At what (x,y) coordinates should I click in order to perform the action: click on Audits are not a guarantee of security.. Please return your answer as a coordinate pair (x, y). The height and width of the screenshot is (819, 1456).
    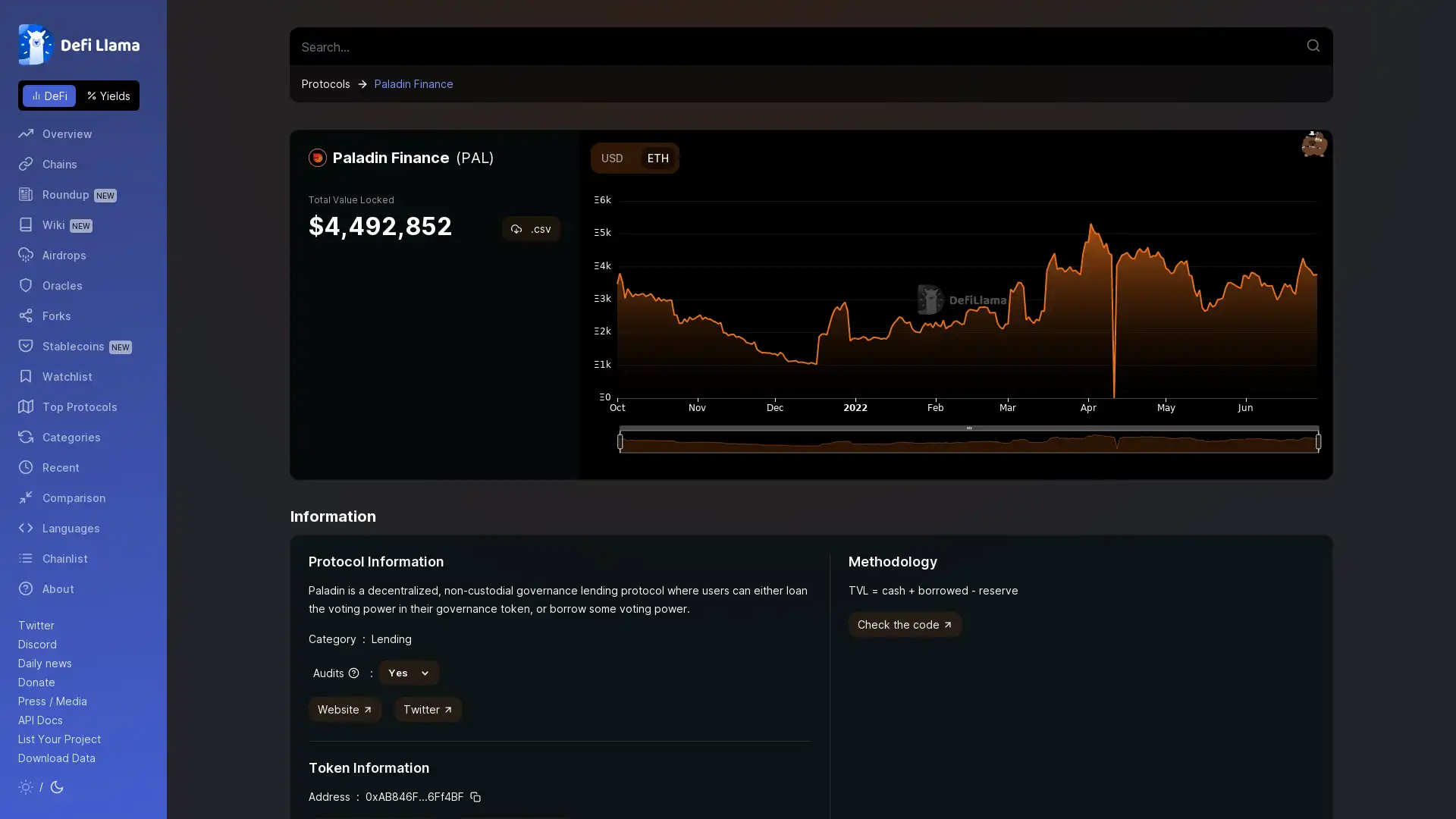
    Looking at the image, I should click on (334, 671).